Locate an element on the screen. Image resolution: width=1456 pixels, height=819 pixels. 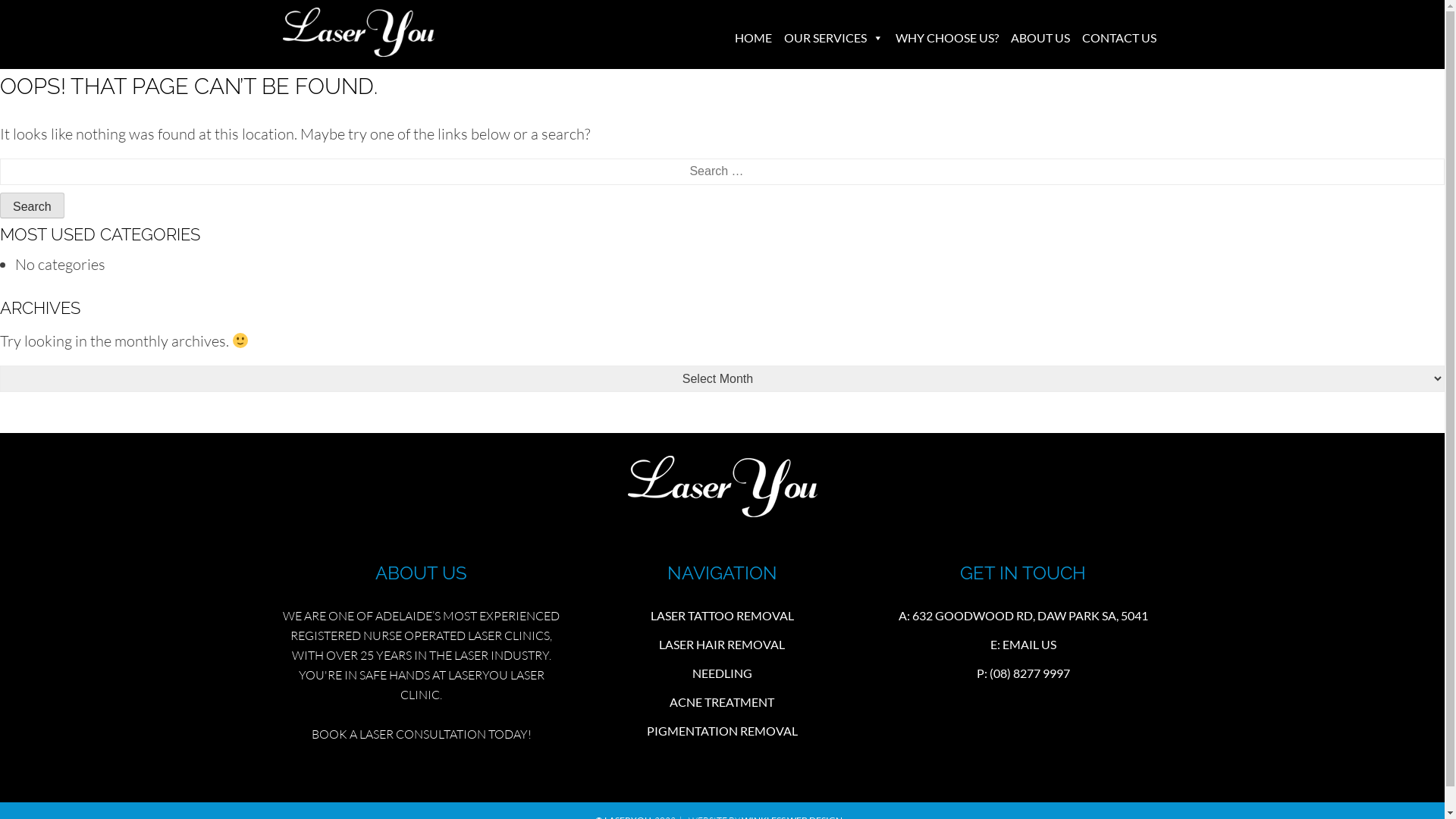
'Search' is located at coordinates (32, 205).